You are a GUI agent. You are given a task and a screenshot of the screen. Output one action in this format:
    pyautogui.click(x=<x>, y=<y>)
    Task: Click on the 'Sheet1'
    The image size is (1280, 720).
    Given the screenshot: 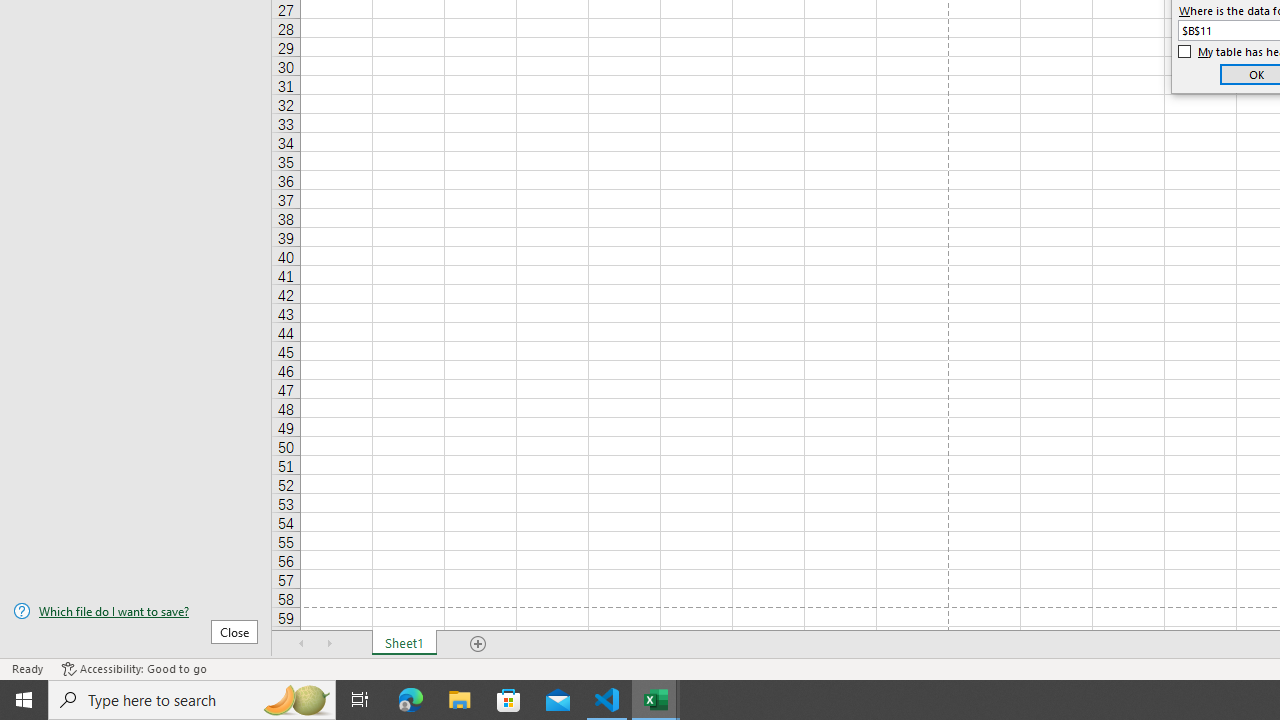 What is the action you would take?
    pyautogui.click(x=403, y=644)
    